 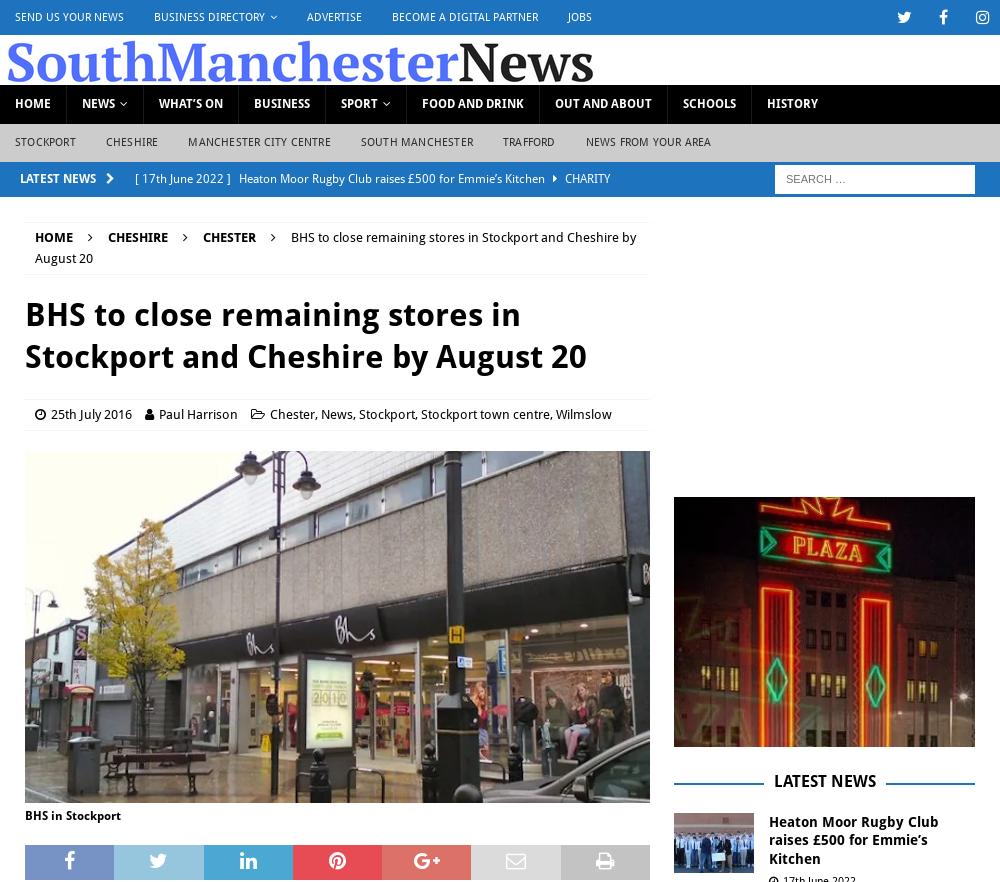 What do you see at coordinates (237, 347) in the screenshot?
I see `'Kids’ media club reaches 1,000 ‘mini reporters’ since launch'` at bounding box center [237, 347].